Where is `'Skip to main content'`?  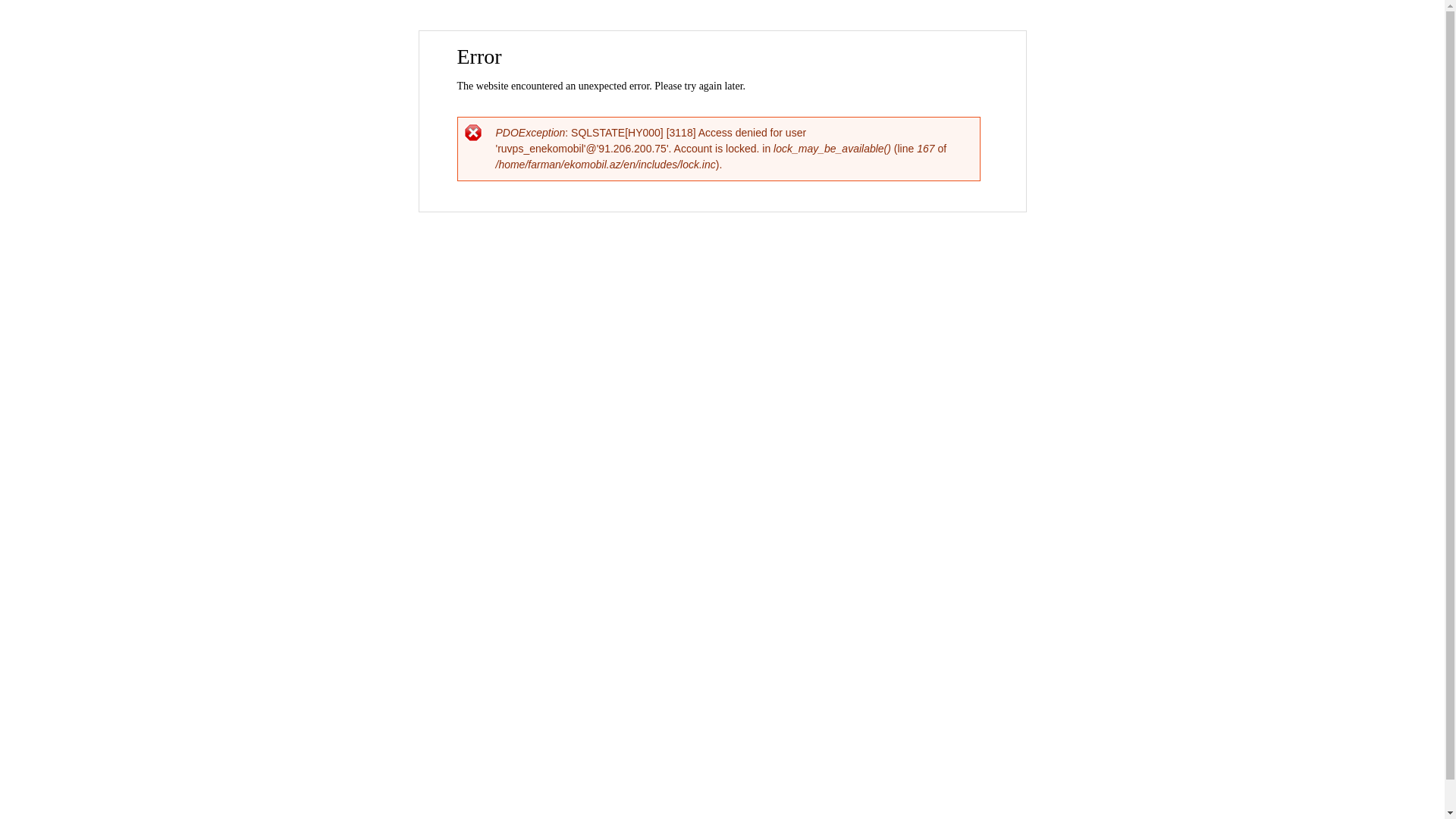
'Skip to main content' is located at coordinates (689, 32).